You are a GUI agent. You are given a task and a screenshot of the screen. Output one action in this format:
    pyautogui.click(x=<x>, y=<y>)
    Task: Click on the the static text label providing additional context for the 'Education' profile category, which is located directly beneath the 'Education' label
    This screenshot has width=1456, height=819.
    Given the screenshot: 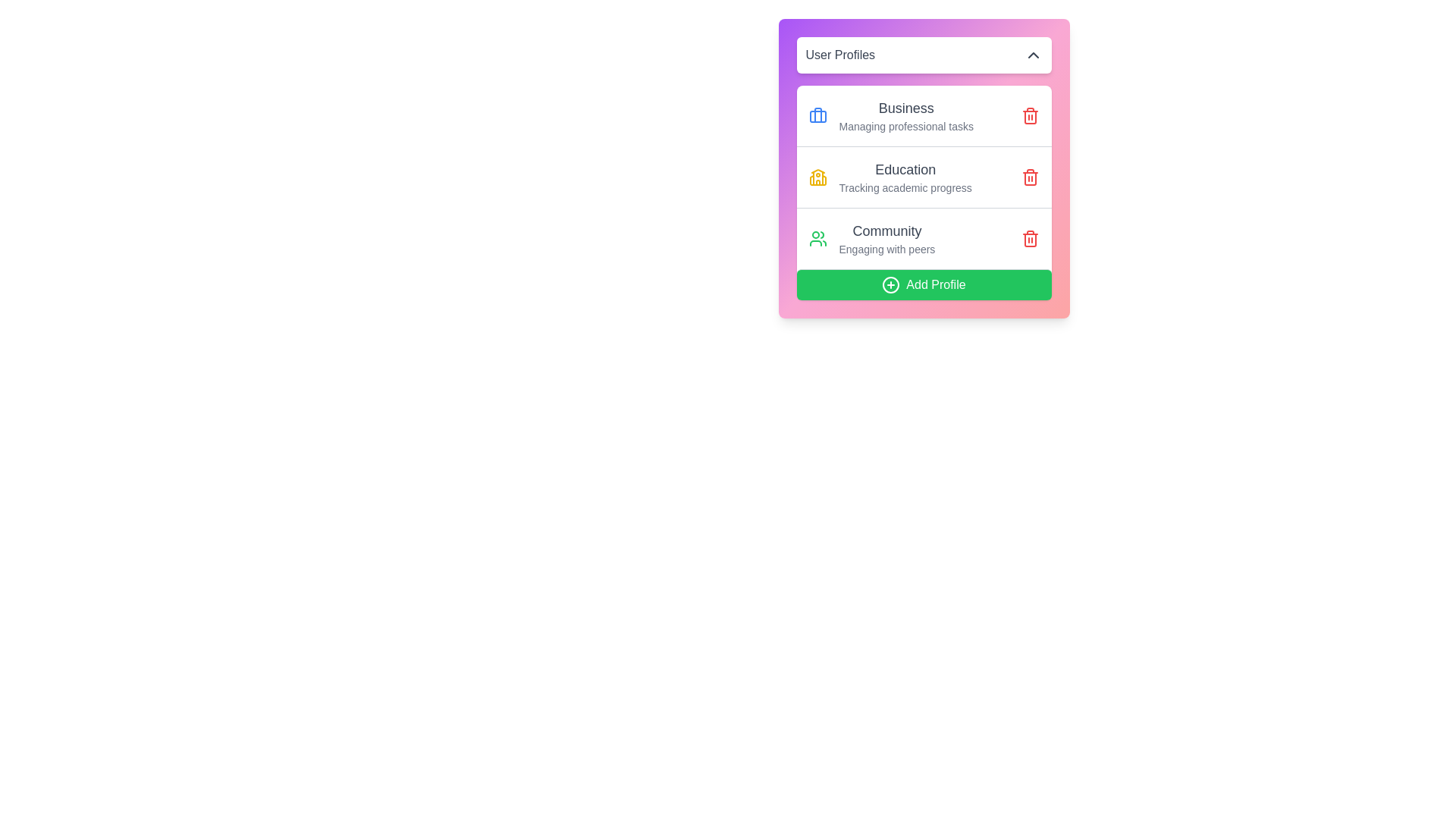 What is the action you would take?
    pyautogui.click(x=905, y=187)
    